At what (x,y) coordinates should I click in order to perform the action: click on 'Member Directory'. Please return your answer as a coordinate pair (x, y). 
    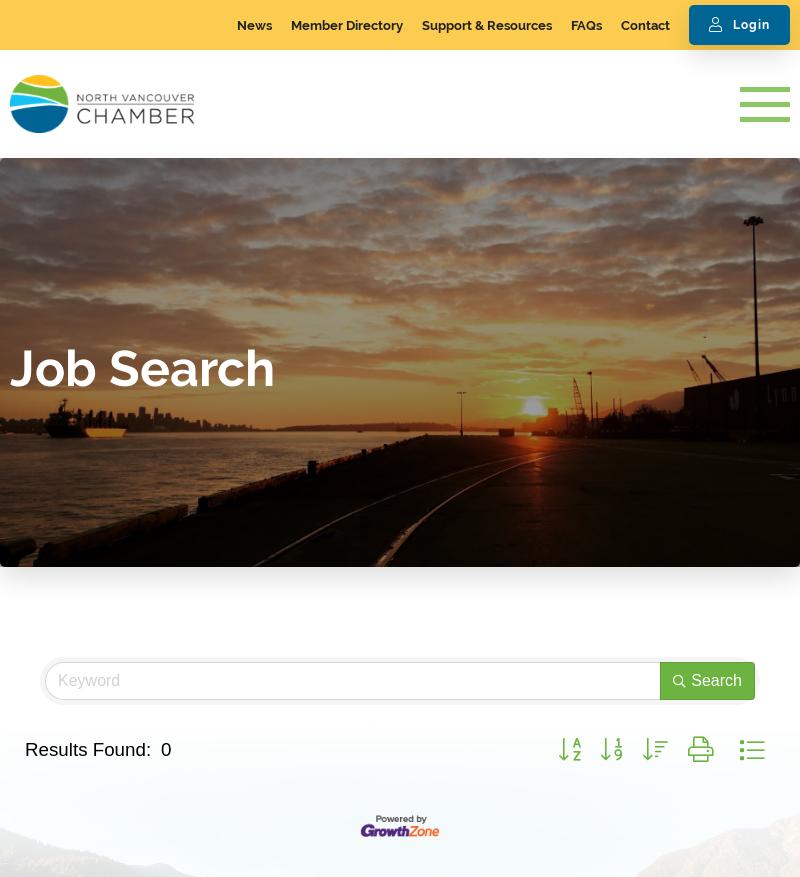
    Looking at the image, I should click on (290, 24).